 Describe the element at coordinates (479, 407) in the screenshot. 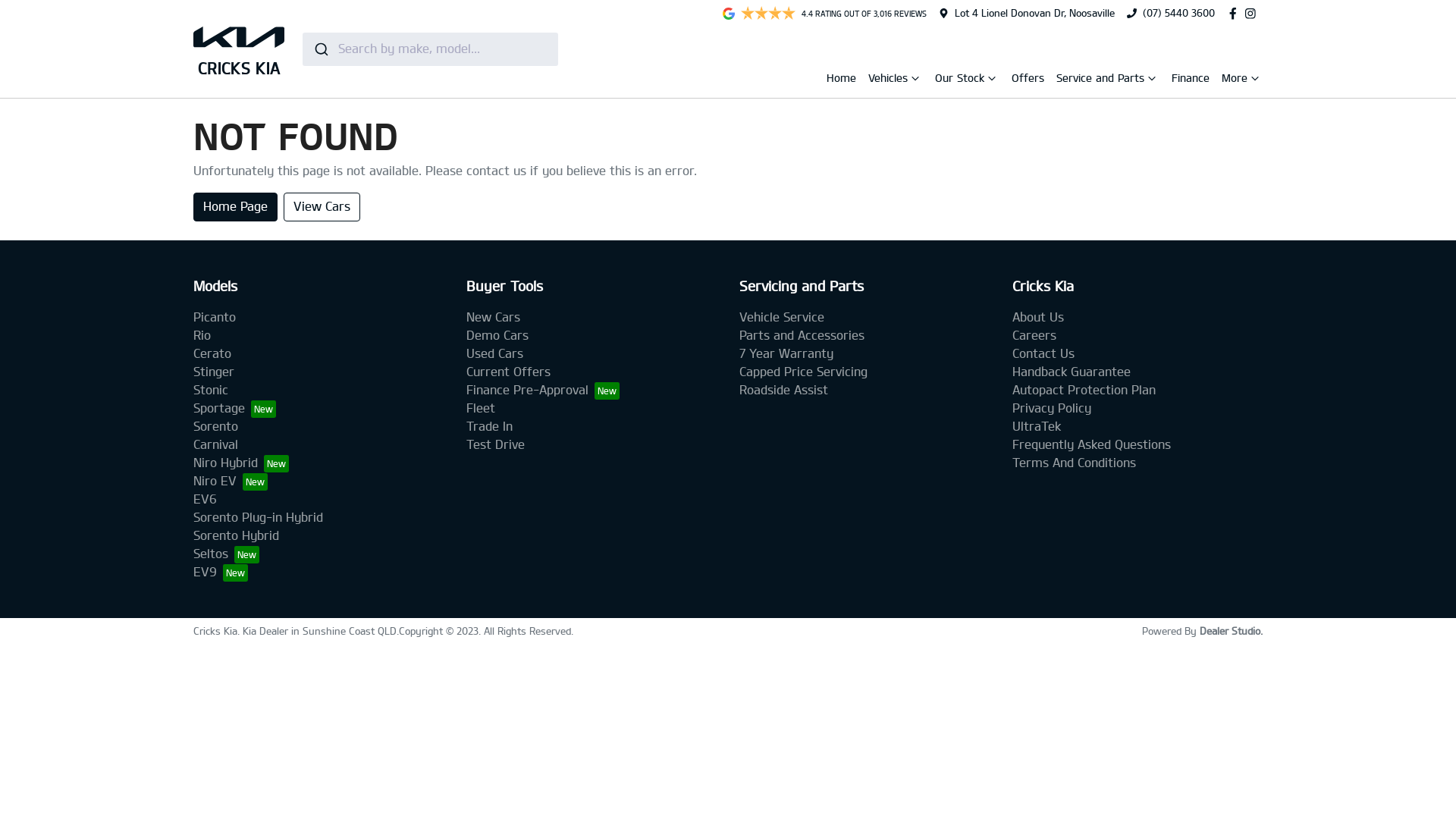

I see `'Fleet'` at that location.